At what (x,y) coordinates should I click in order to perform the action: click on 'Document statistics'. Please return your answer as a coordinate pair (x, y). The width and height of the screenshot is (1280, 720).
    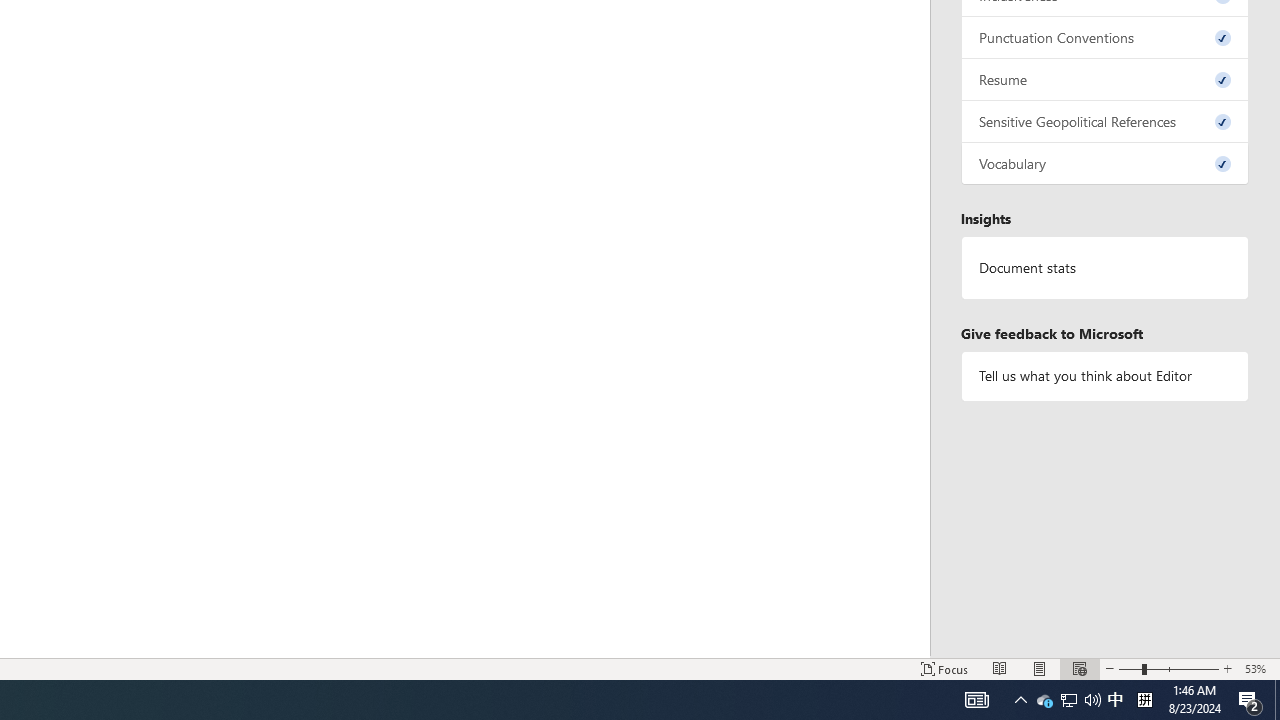
    Looking at the image, I should click on (1104, 266).